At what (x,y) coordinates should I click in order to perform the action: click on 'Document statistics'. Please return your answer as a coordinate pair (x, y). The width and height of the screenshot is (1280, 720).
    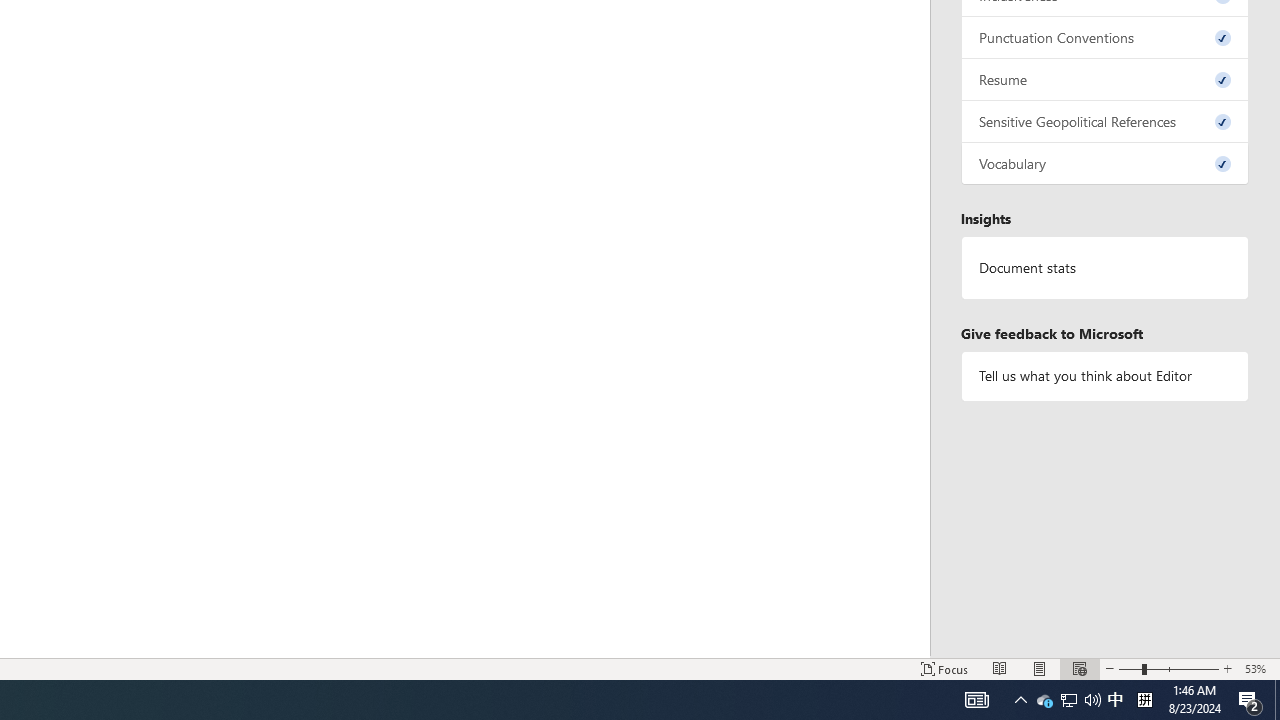
    Looking at the image, I should click on (1104, 266).